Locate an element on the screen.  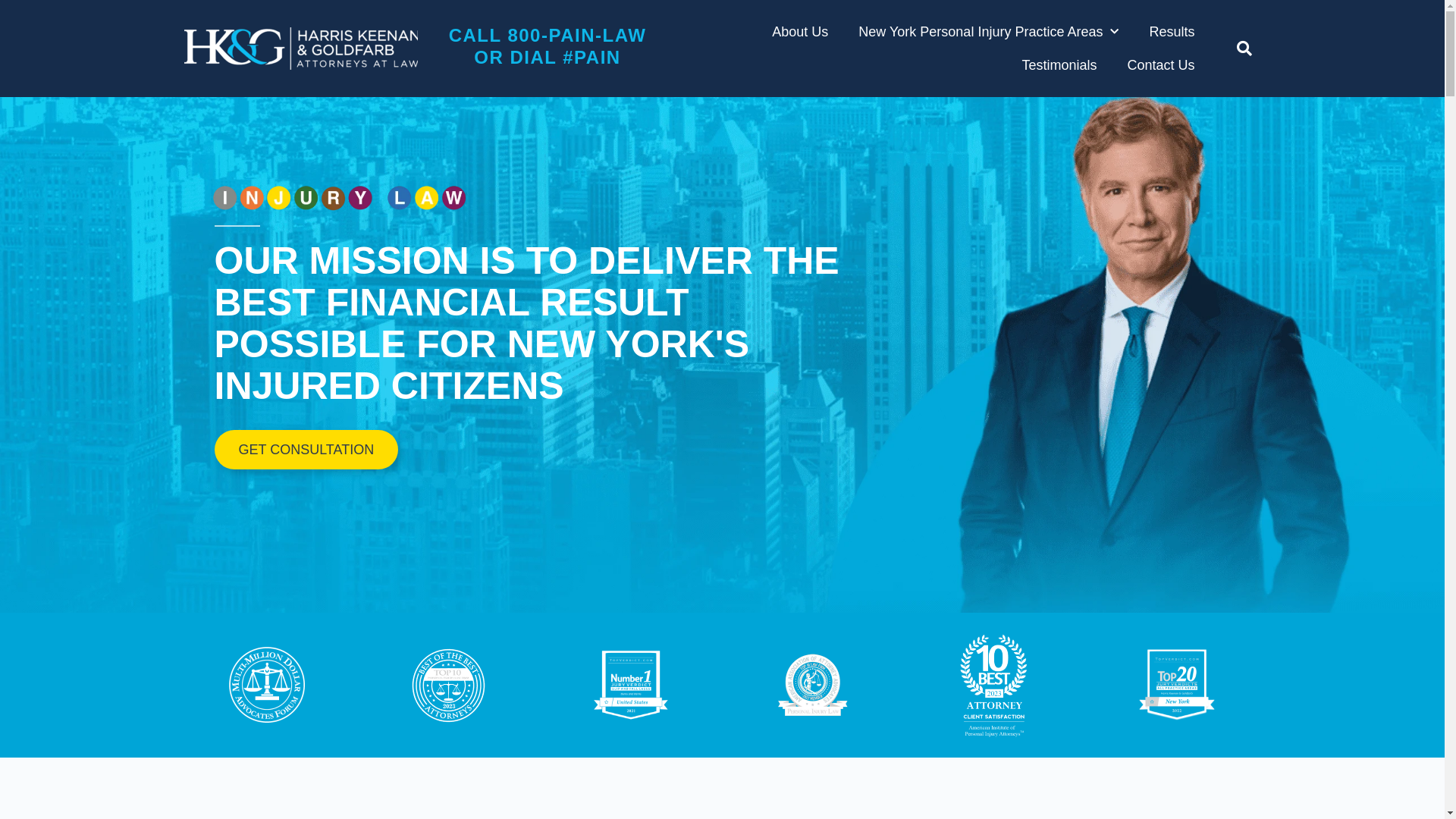
'Contact Us' is located at coordinates (1127, 64).